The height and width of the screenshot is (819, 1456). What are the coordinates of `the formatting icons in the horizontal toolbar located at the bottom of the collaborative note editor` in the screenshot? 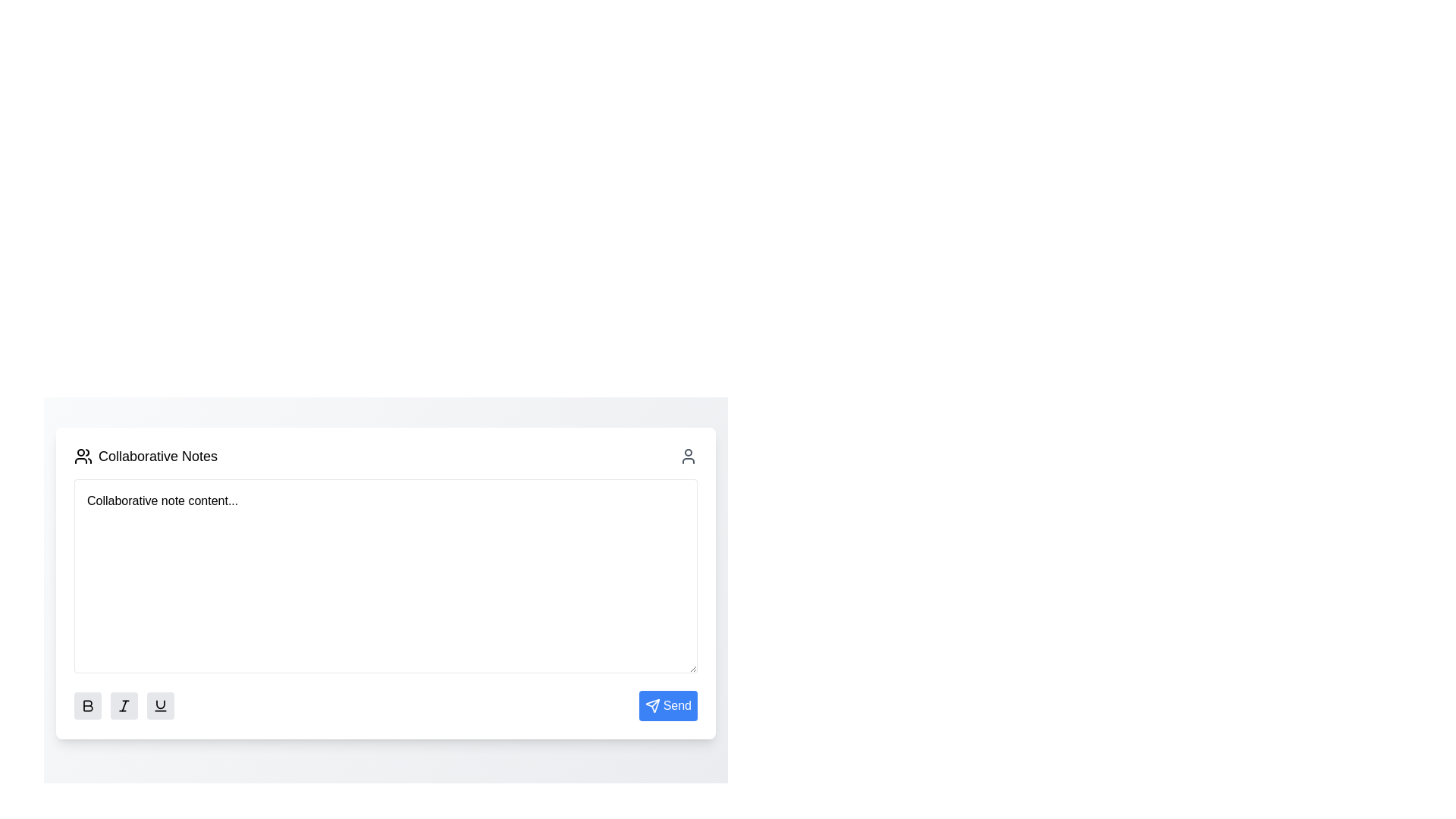 It's located at (385, 705).